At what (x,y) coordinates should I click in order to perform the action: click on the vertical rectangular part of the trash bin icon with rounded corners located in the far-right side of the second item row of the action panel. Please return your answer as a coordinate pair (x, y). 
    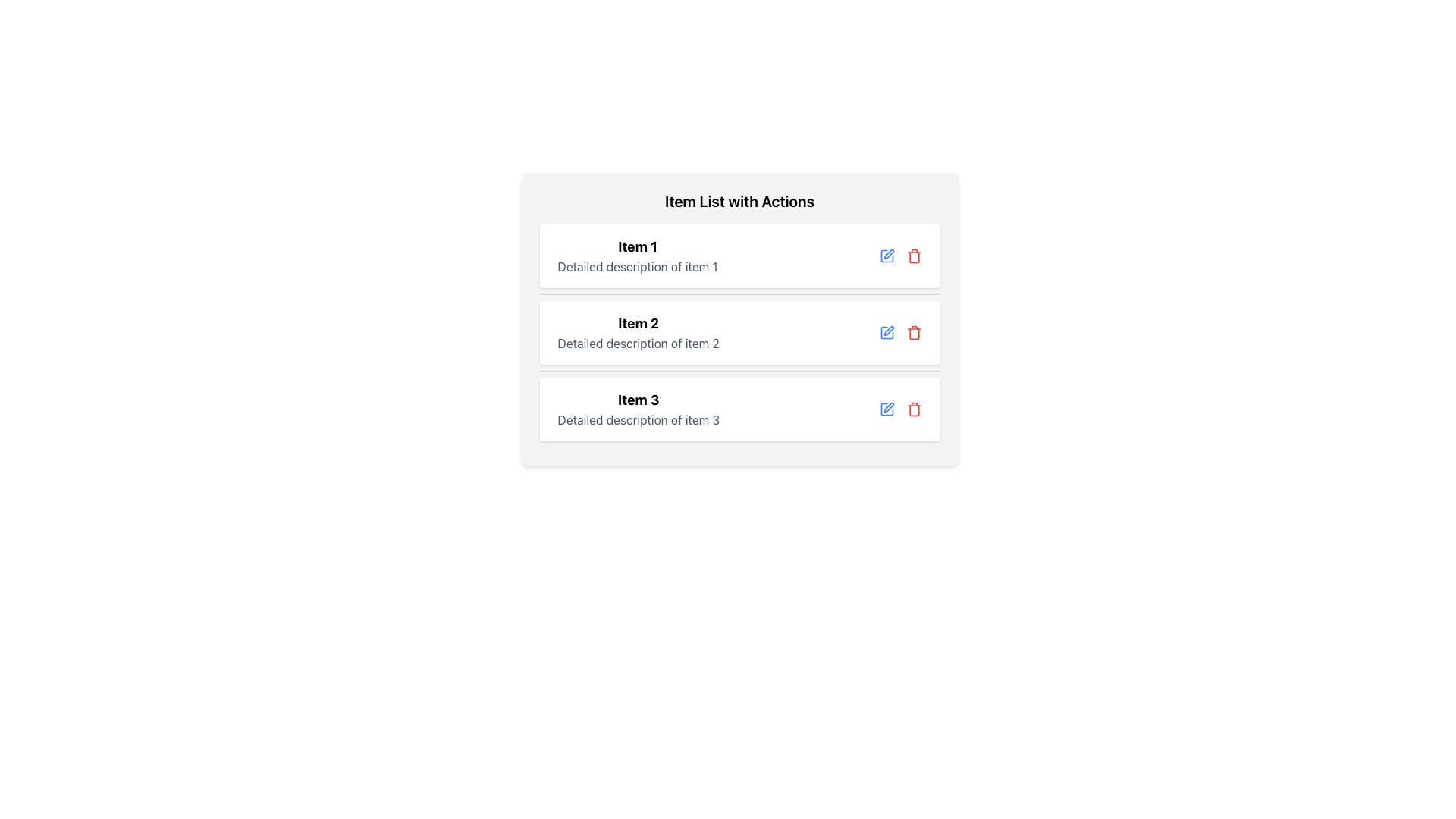
    Looking at the image, I should click on (913, 333).